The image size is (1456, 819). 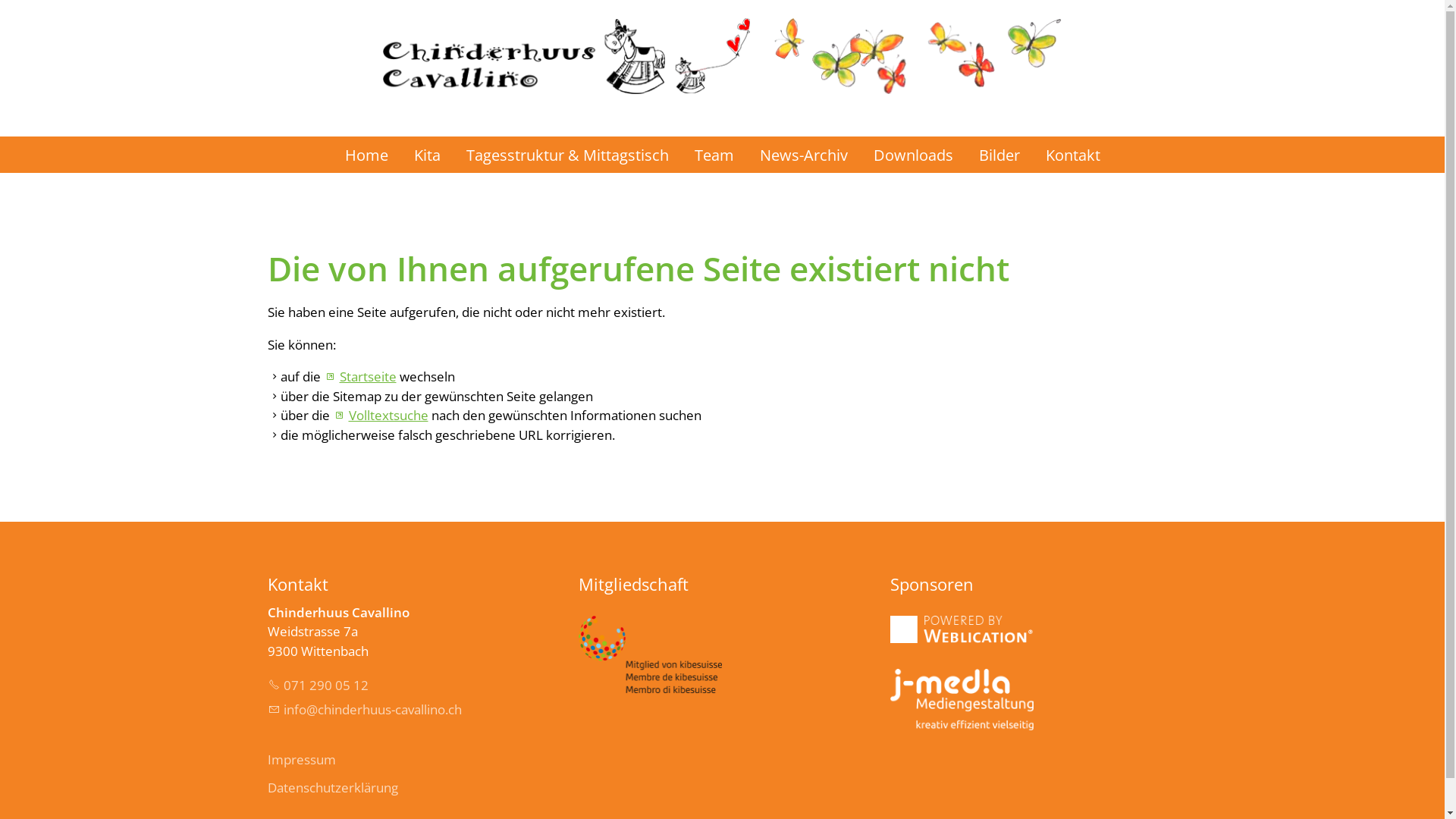 What do you see at coordinates (316, 685) in the screenshot?
I see `'071 290 05 12'` at bounding box center [316, 685].